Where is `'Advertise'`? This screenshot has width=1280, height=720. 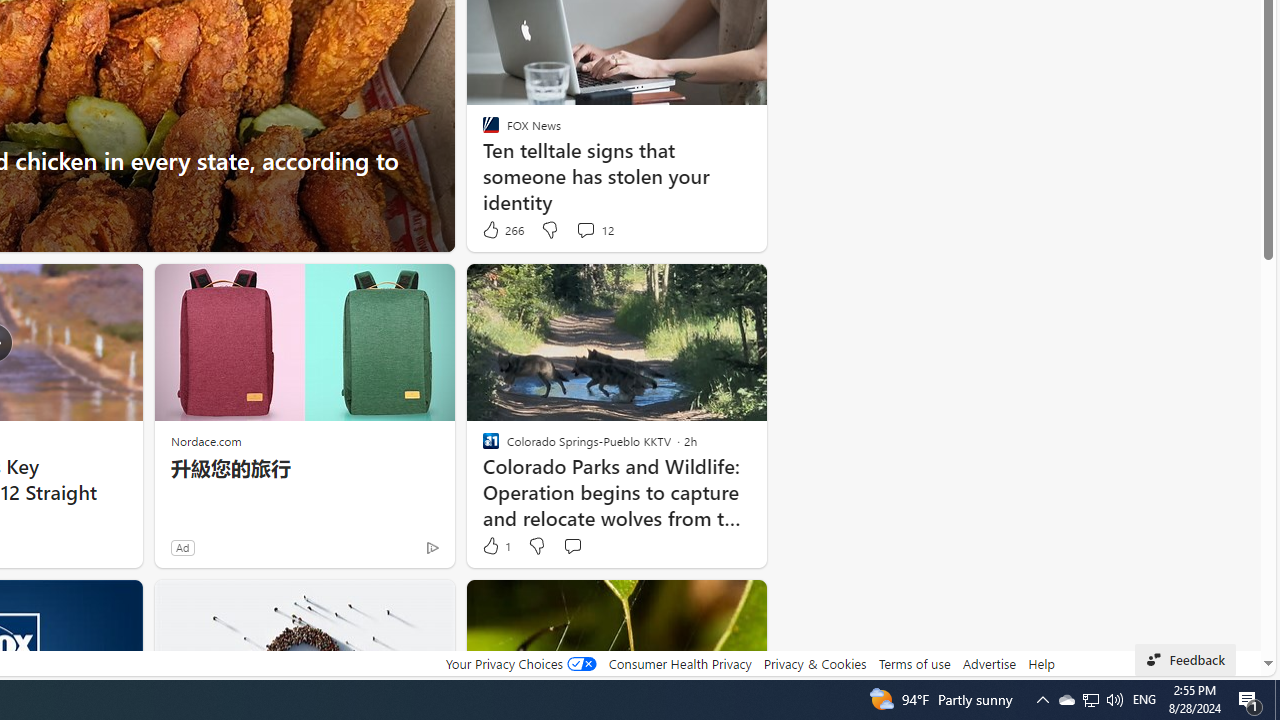
'Advertise' is located at coordinates (990, 663).